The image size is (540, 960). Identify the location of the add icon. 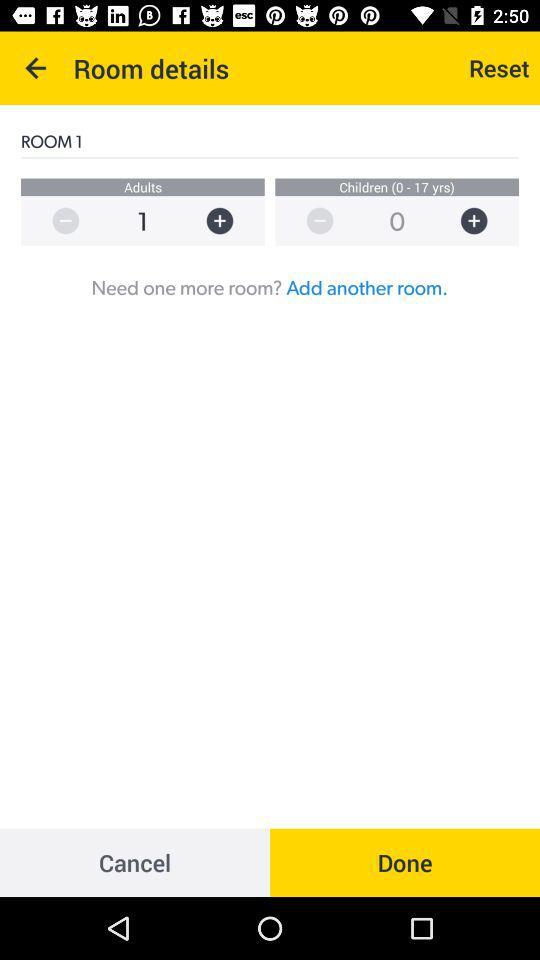
(483, 221).